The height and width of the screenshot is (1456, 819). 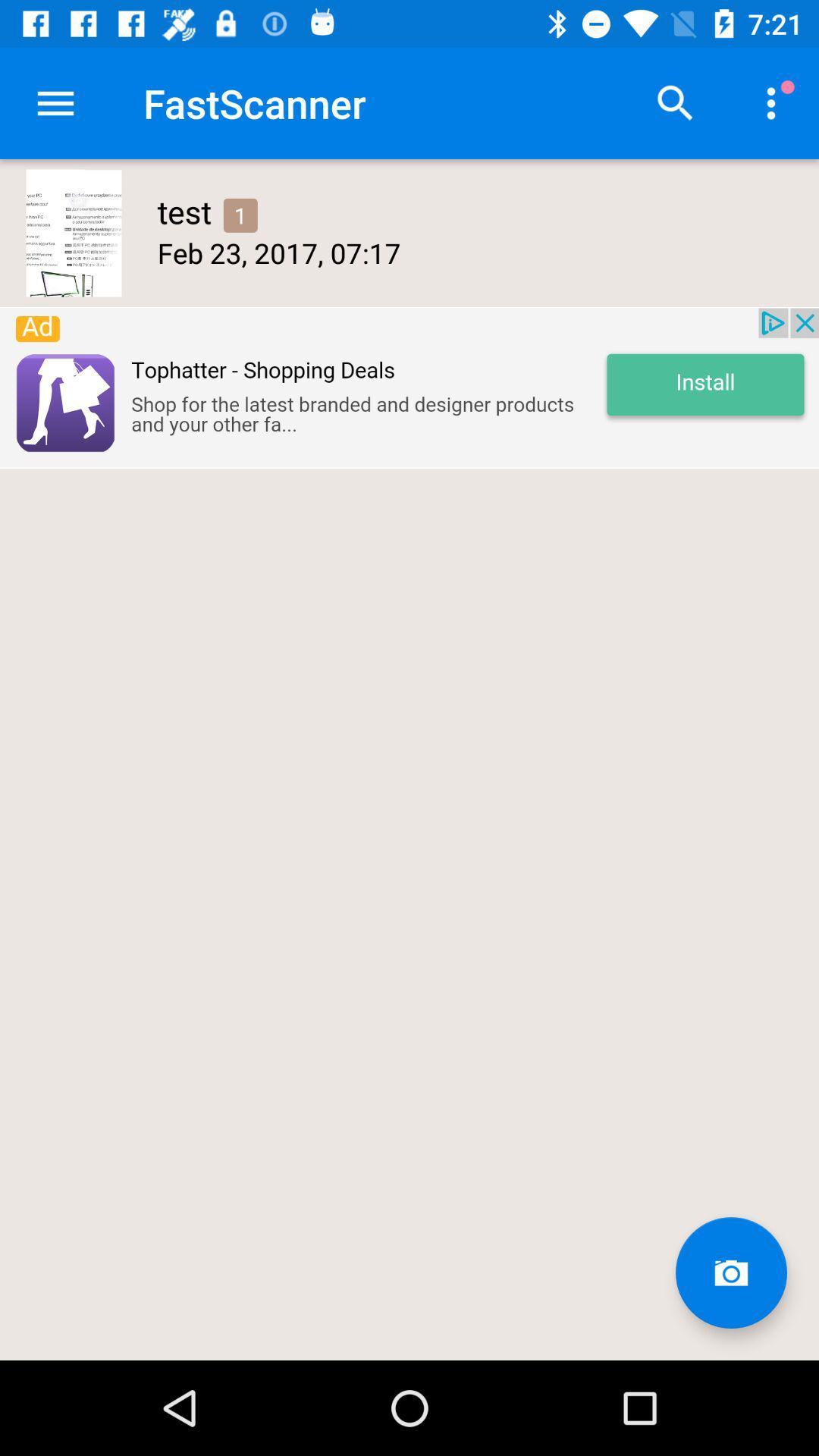 What do you see at coordinates (409, 388) in the screenshot?
I see `advertisement button` at bounding box center [409, 388].